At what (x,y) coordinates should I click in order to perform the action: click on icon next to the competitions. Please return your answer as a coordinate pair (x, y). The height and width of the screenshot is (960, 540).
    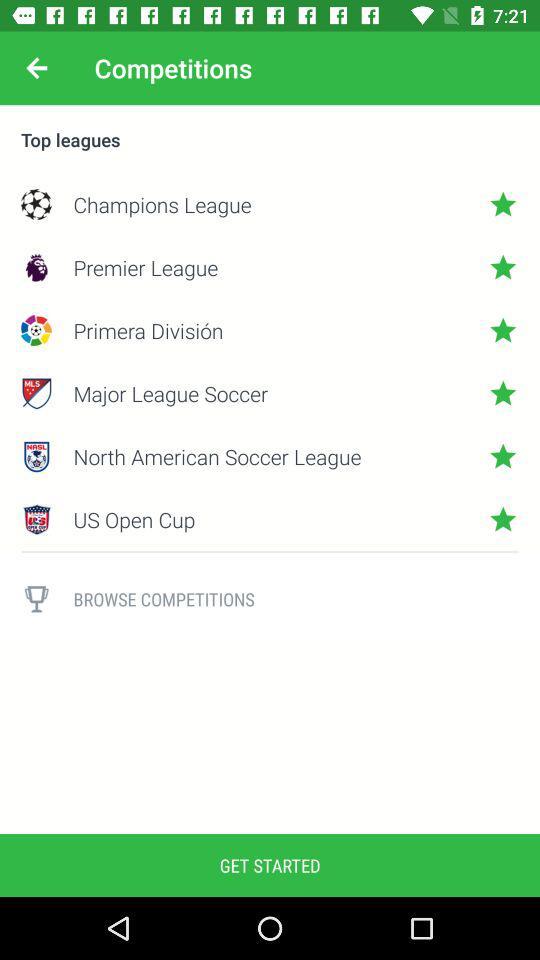
    Looking at the image, I should click on (36, 68).